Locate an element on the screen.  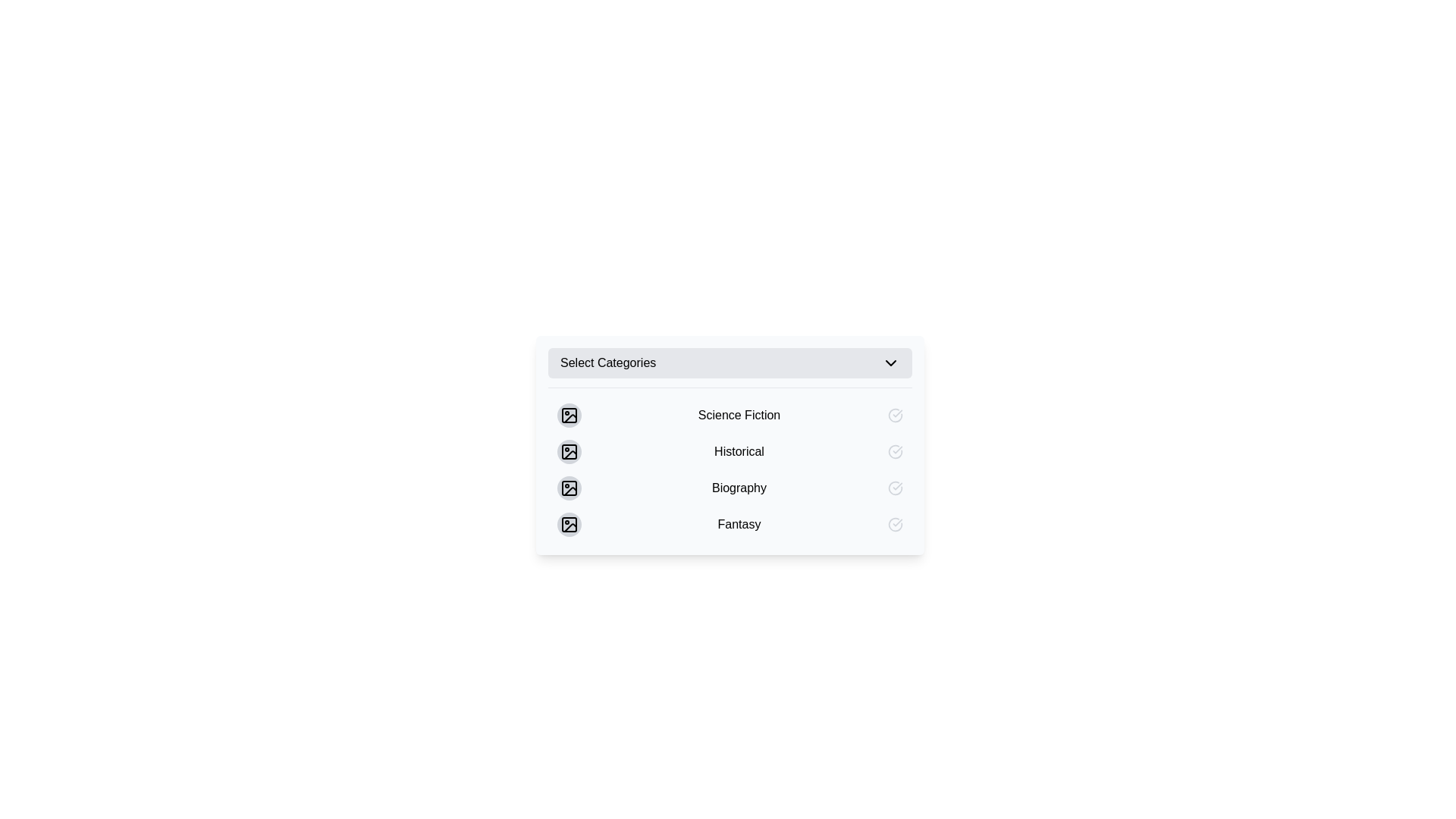
the dropdown menu labeled 'Select Categories' is located at coordinates (730, 362).